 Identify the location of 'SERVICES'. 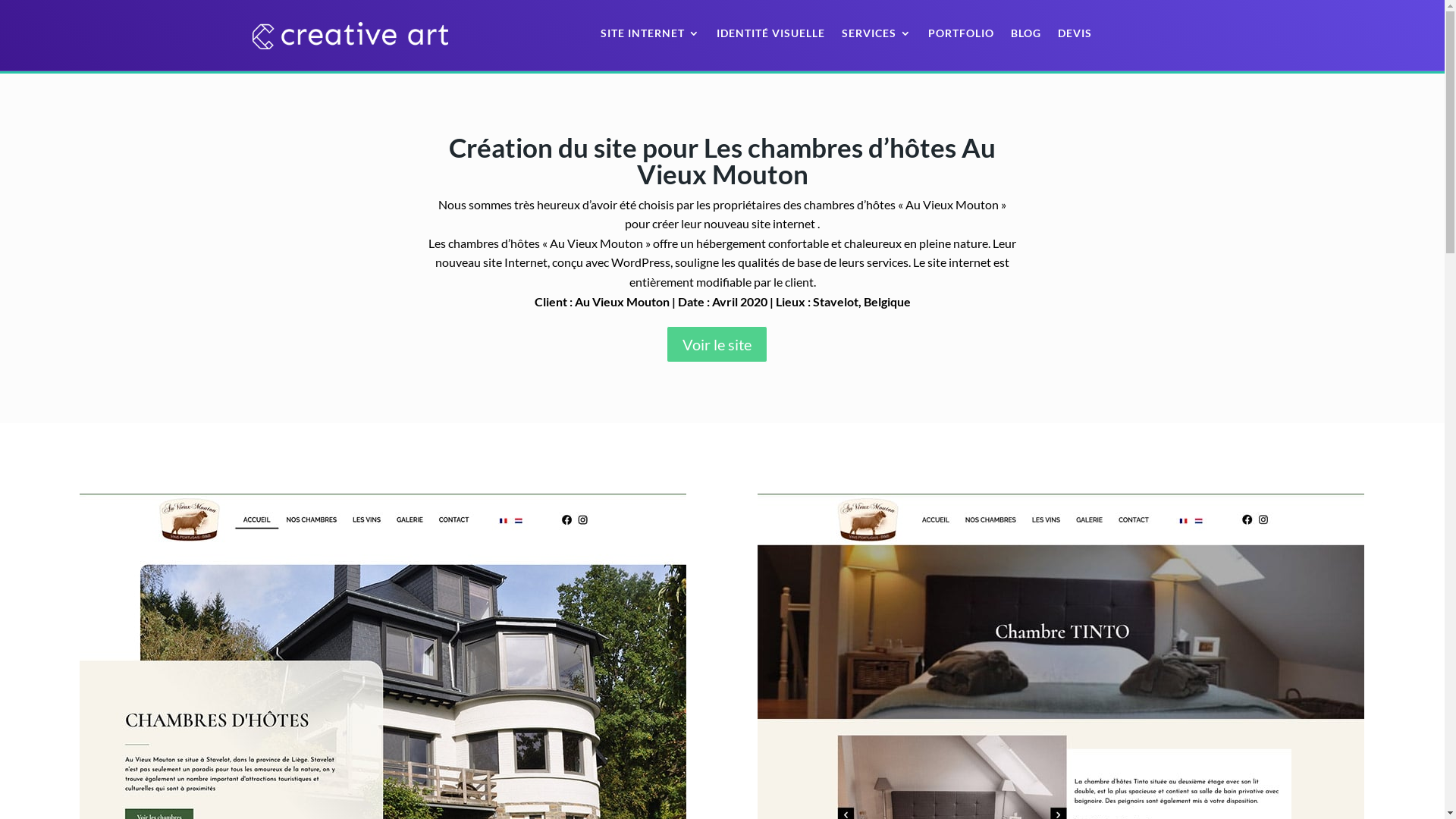
(877, 35).